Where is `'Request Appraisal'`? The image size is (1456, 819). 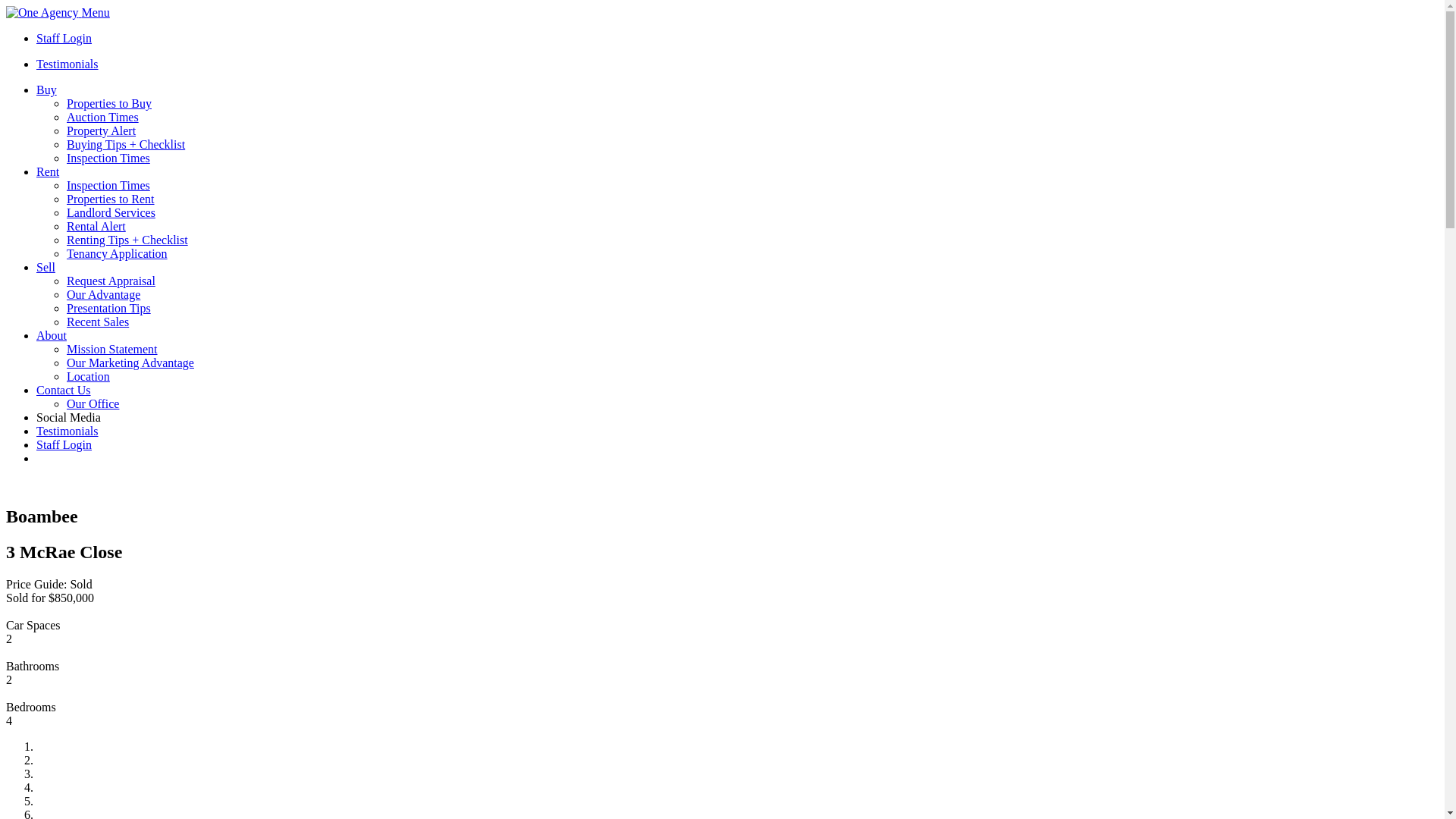 'Request Appraisal' is located at coordinates (110, 281).